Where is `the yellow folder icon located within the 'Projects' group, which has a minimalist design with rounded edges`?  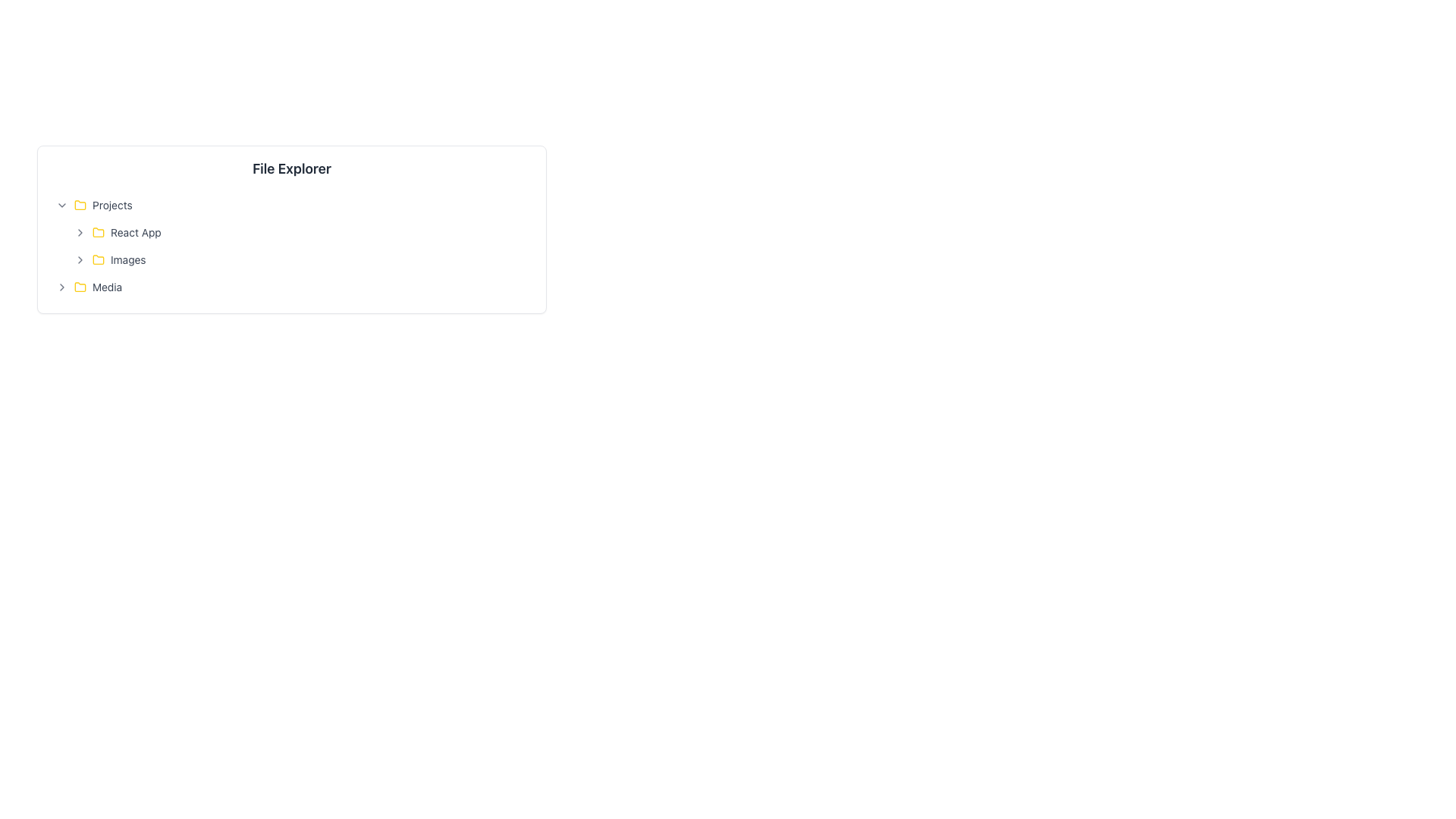 the yellow folder icon located within the 'Projects' group, which has a minimalist design with rounded edges is located at coordinates (79, 205).